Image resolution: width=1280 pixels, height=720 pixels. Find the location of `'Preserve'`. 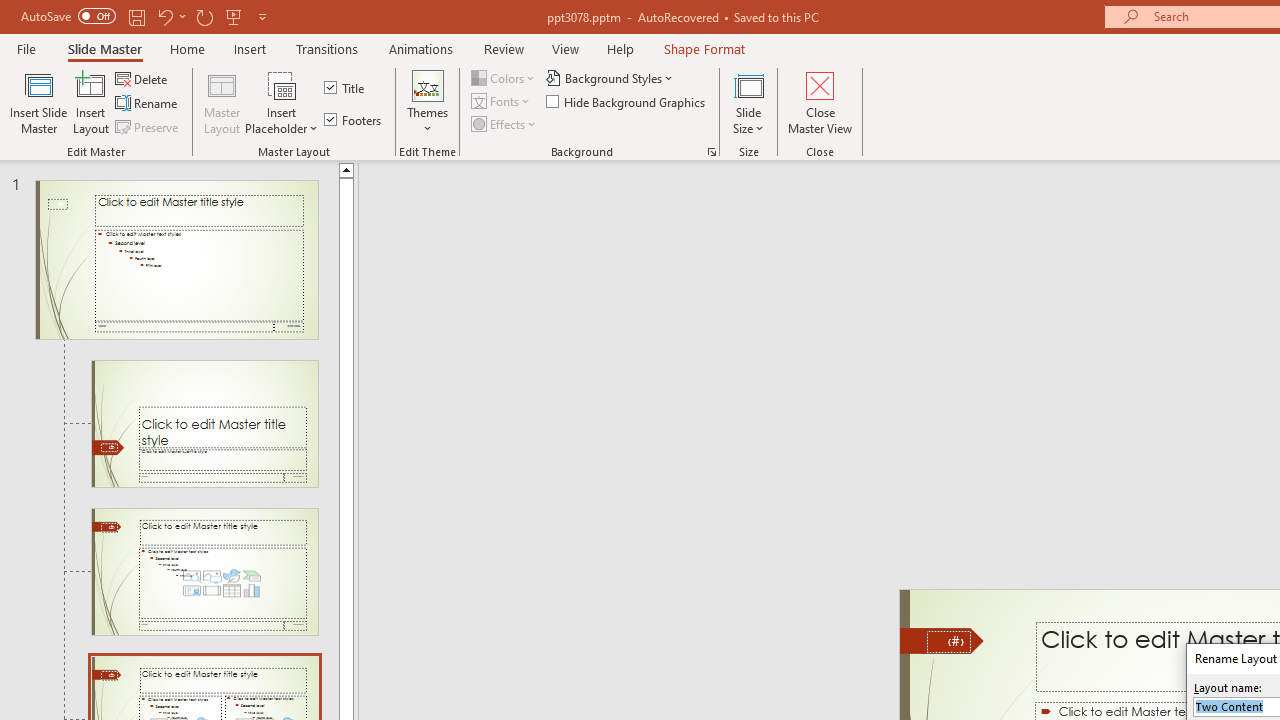

'Preserve' is located at coordinates (148, 127).